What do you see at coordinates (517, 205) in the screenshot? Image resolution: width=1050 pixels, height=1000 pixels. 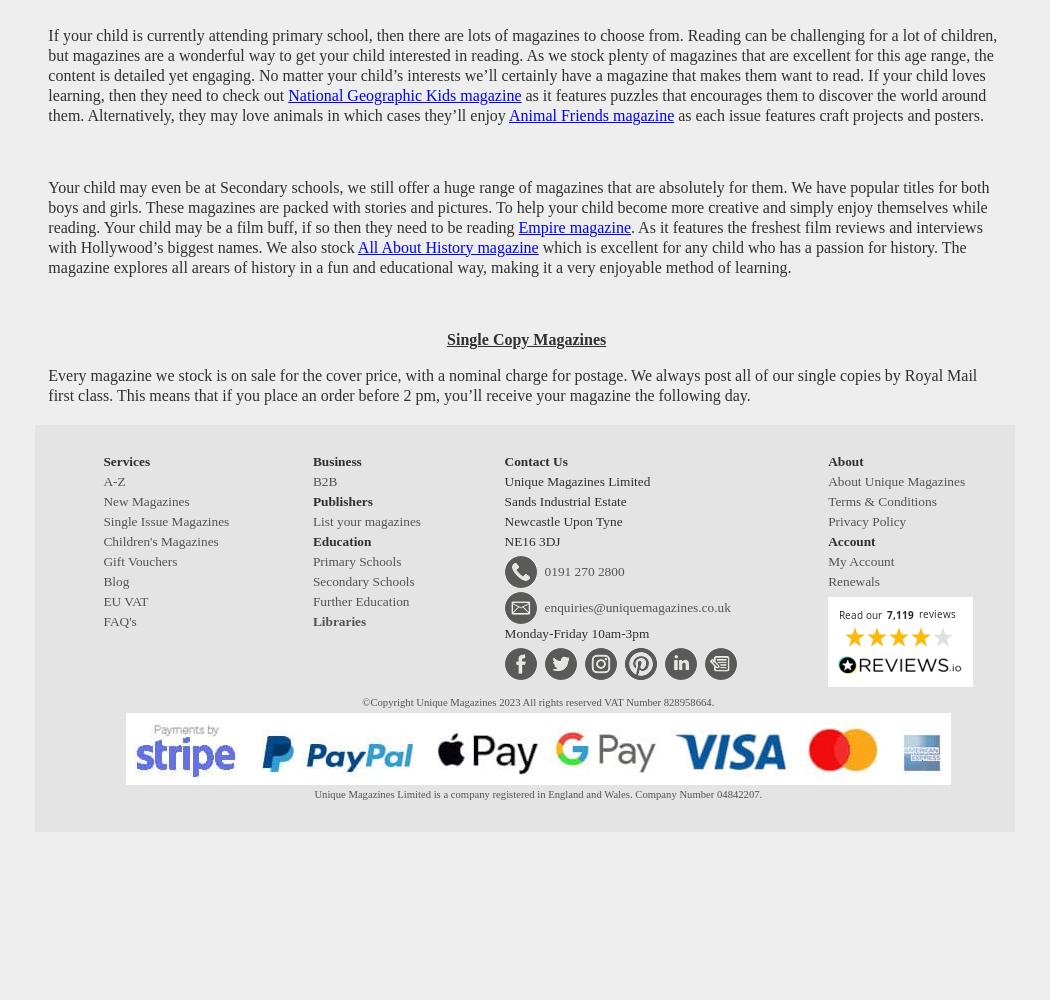 I see `'Your child may even be at Secondary schools, we still offer a huge range of magazines that are absolutely for them. We have popular titles for both boys and girls. These magazines are packed with stories and pictures. To help your child become more creative and simply enjoy themselves while reading. Your child may be a film buff, if so then they need to be reading'` at bounding box center [517, 205].